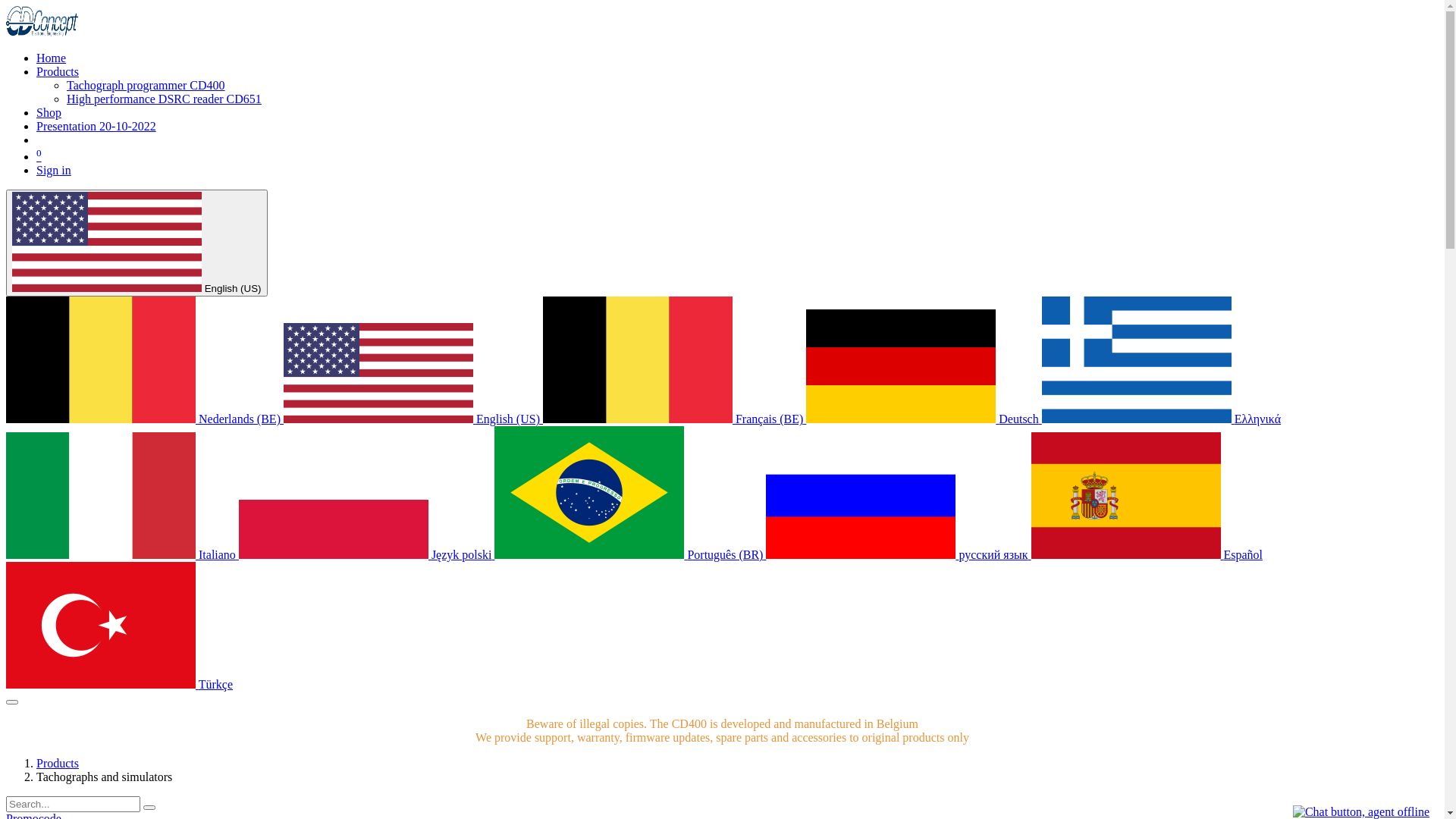 This screenshot has height=819, width=1456. What do you see at coordinates (95, 125) in the screenshot?
I see `'Presentation 20-10-2022'` at bounding box center [95, 125].